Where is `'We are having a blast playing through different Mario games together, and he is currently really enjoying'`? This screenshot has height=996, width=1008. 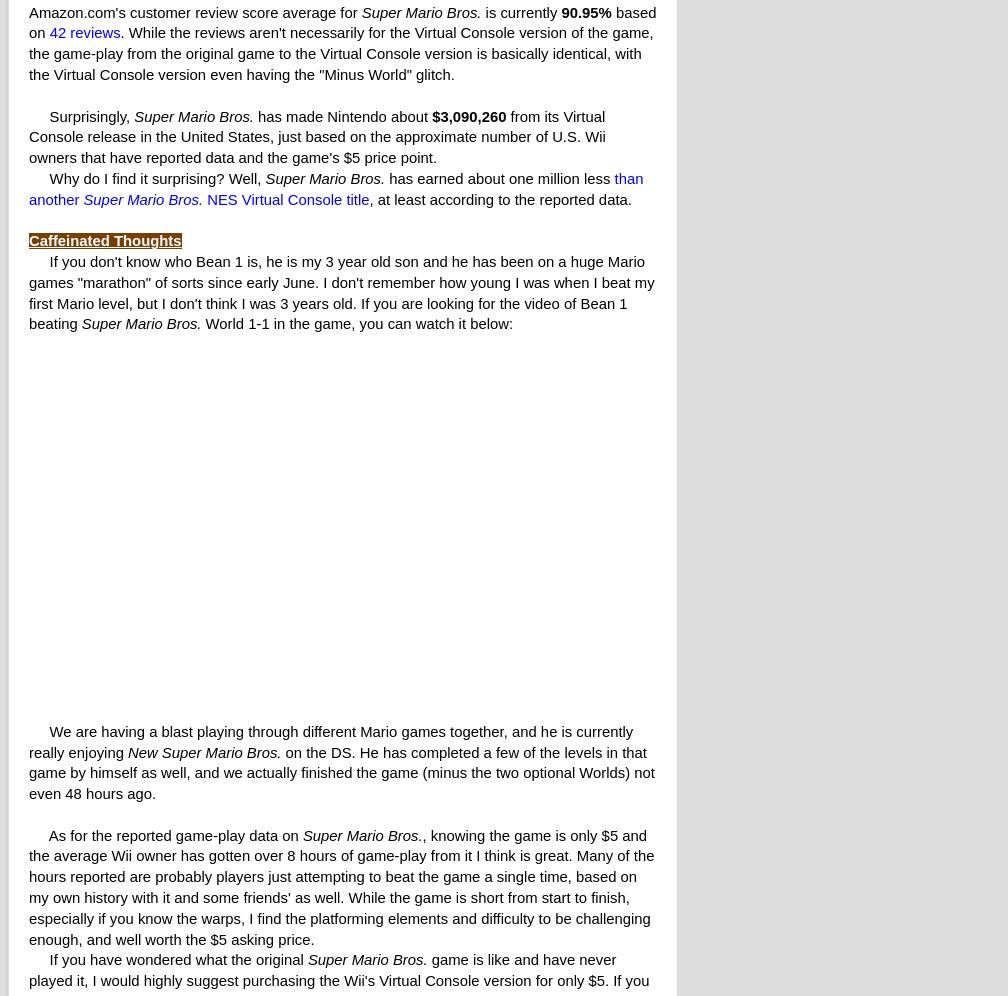
'We are having a blast playing through different Mario games together, and he is currently really enjoying' is located at coordinates (331, 740).